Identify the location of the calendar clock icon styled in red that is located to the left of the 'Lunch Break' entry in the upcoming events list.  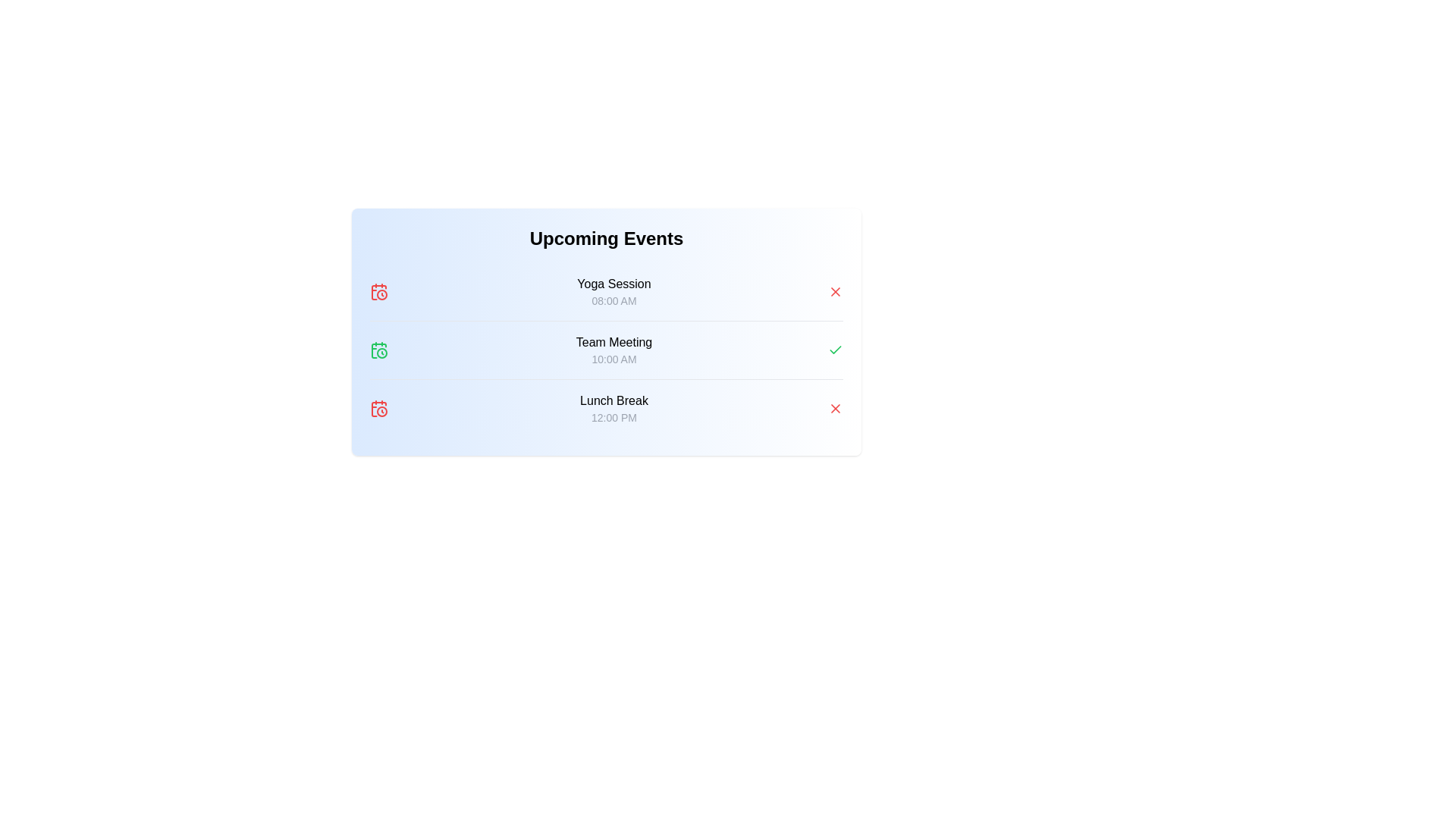
(378, 408).